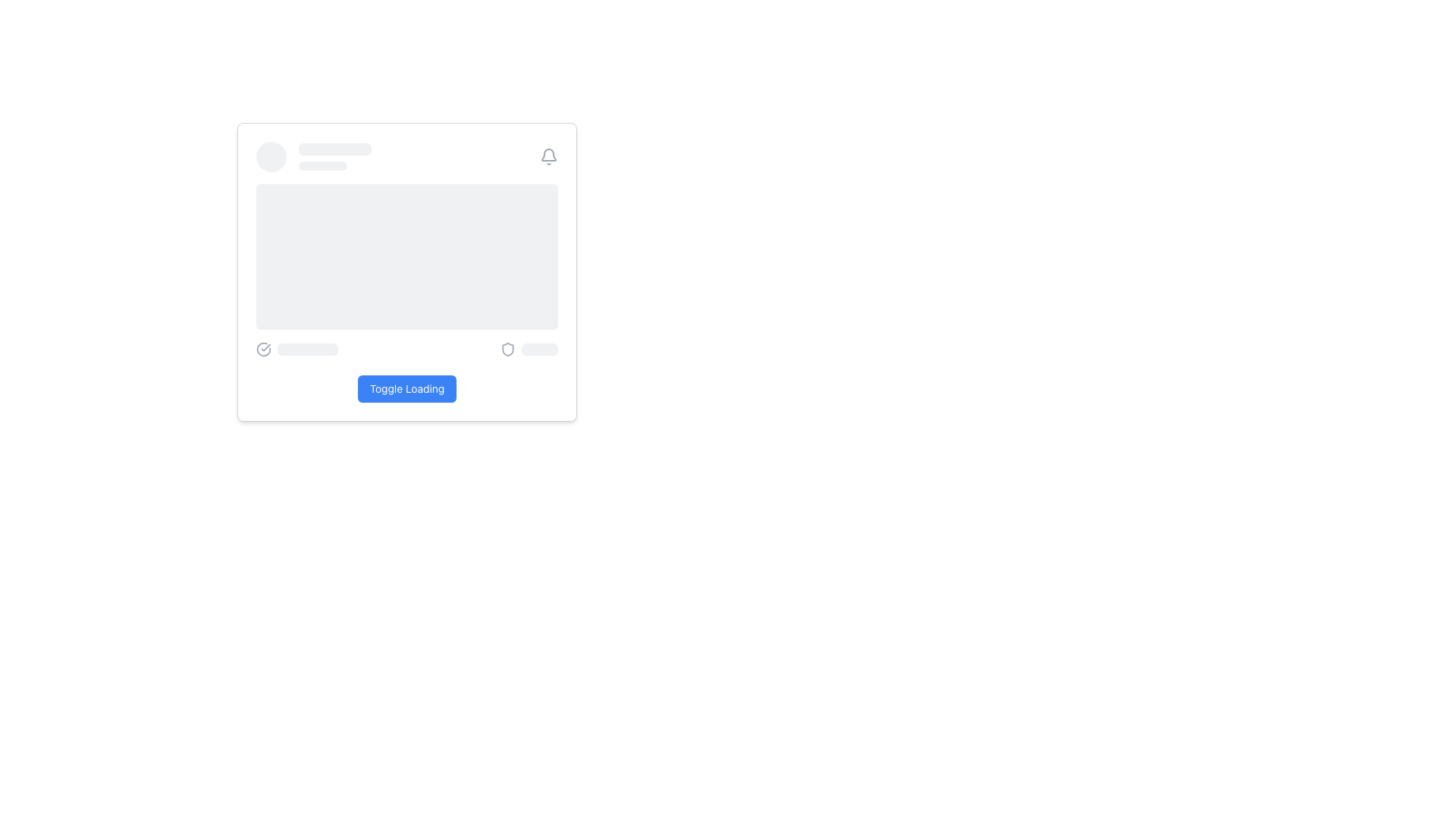 The height and width of the screenshot is (819, 1456). I want to click on the 'Toggle Loading' button using keyboard navigation, so click(407, 388).